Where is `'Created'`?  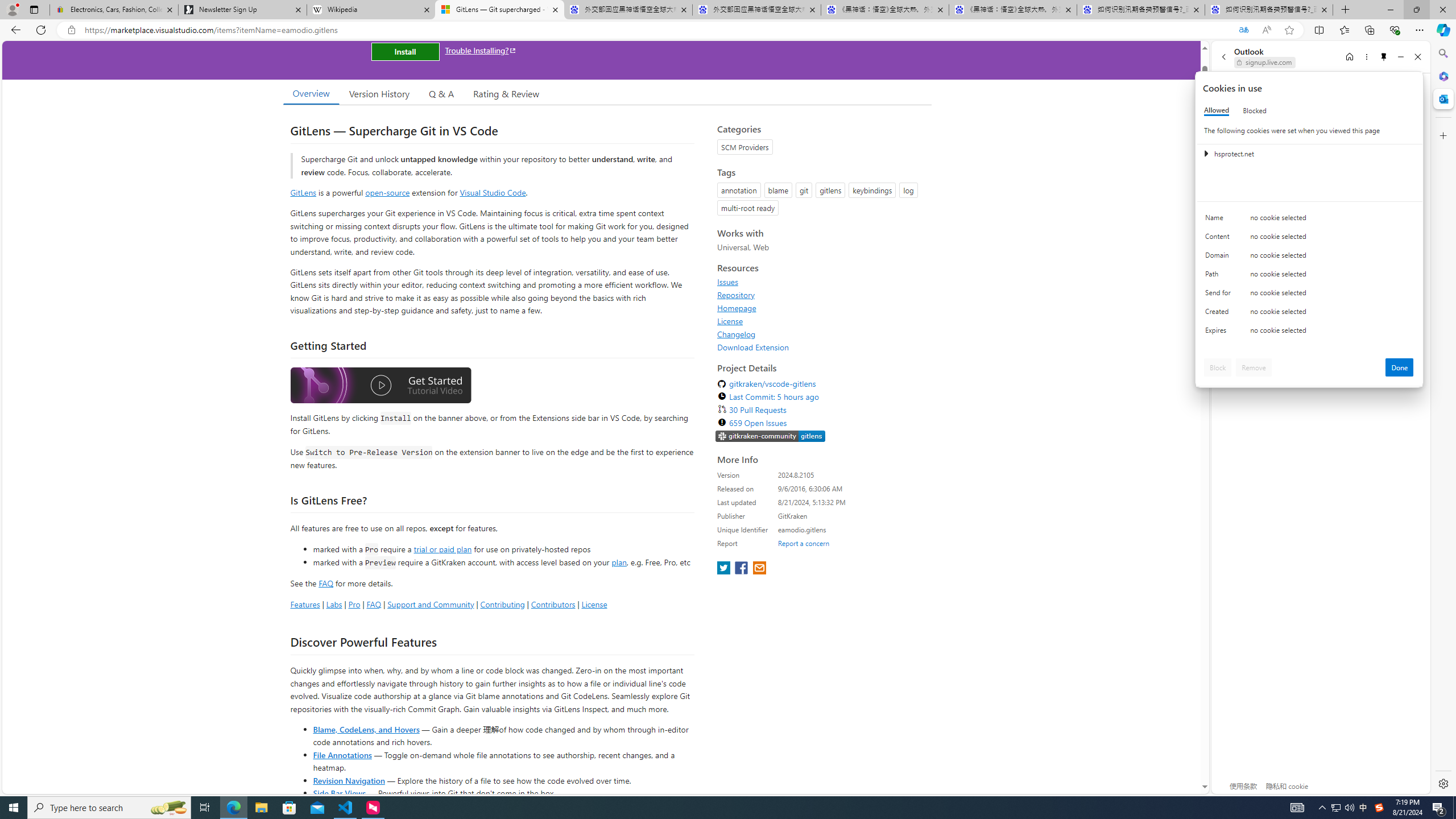
'Created' is located at coordinates (1219, 313).